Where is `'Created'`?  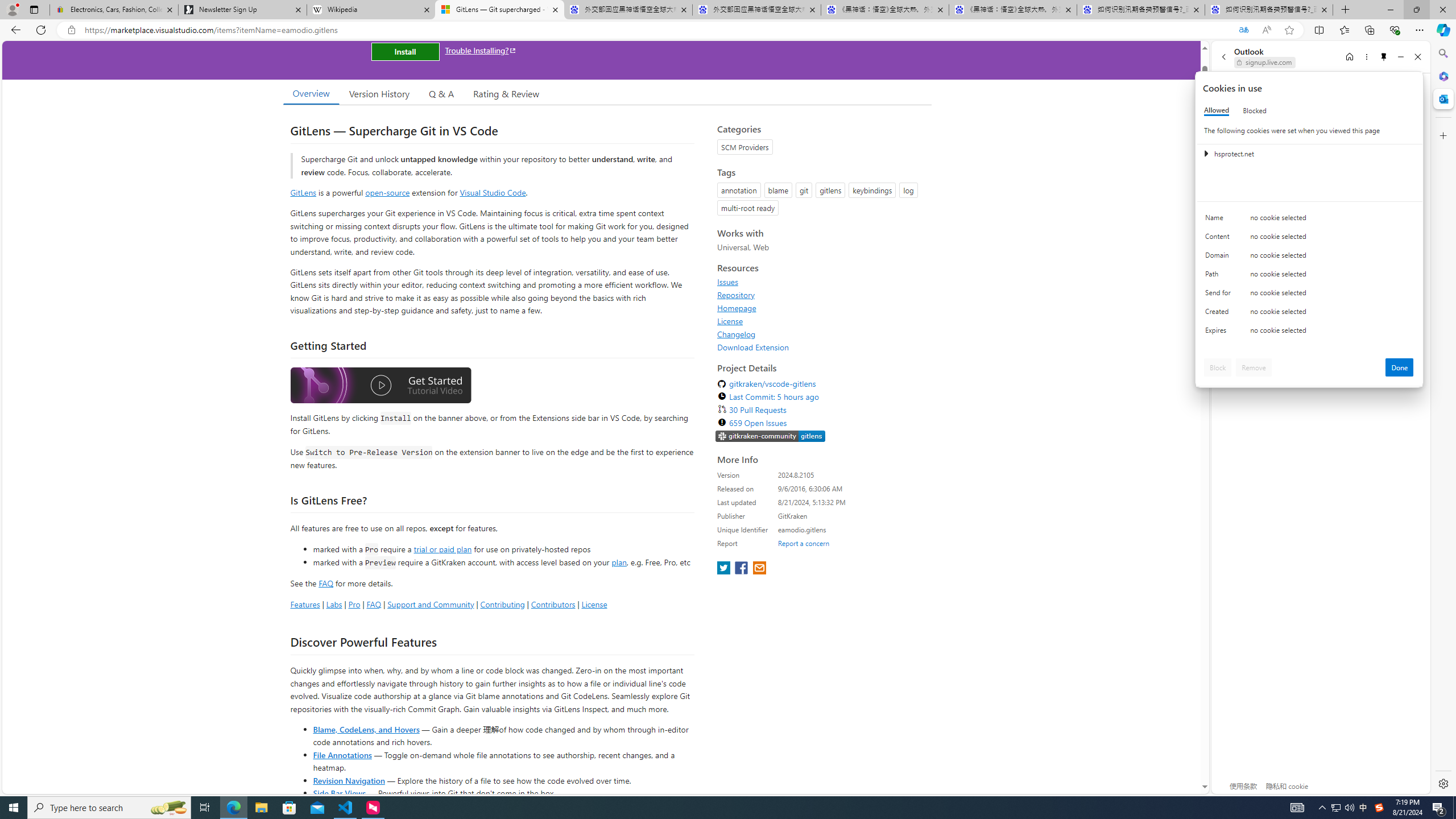
'Created' is located at coordinates (1219, 313).